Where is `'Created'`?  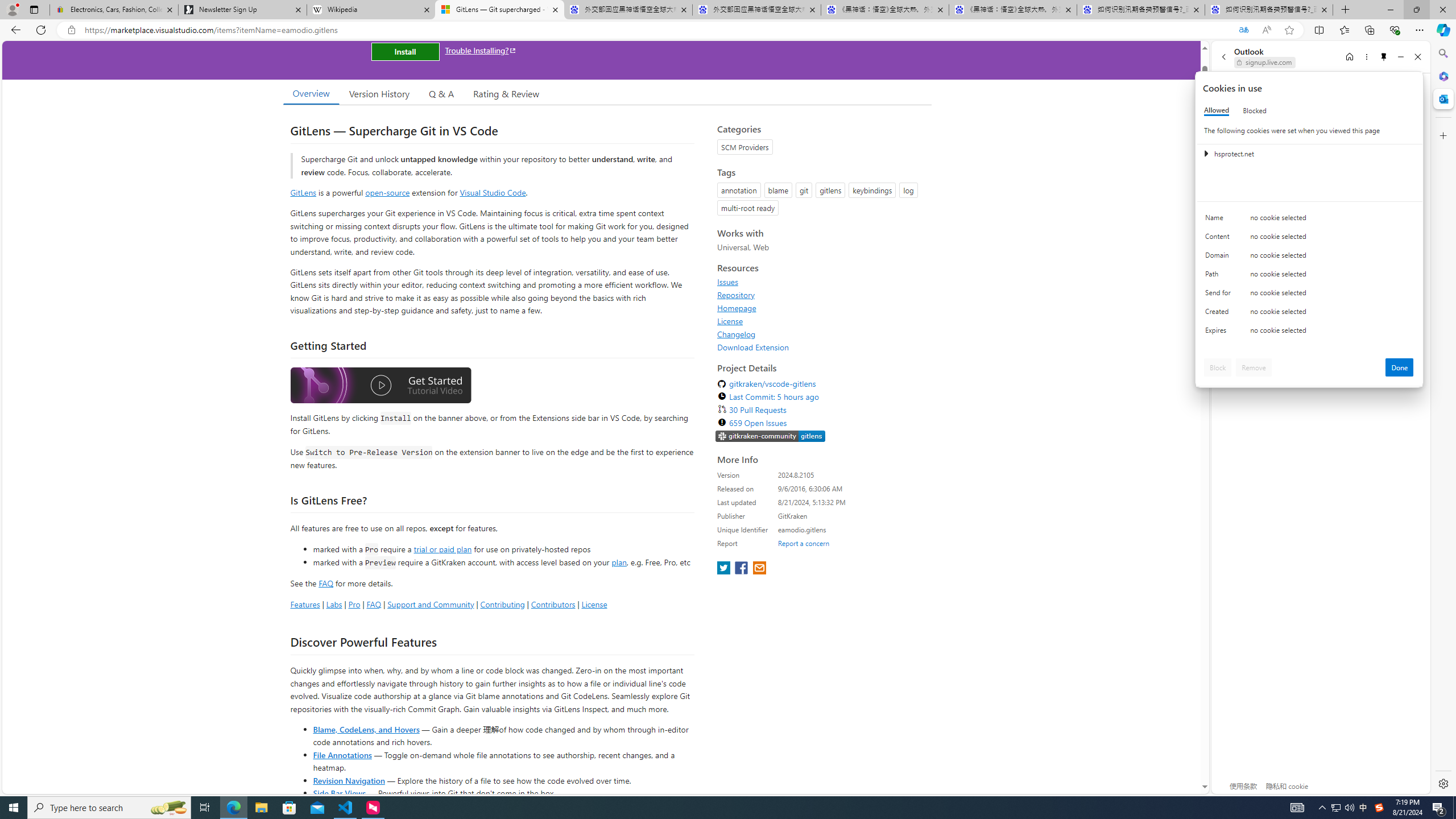
'Created' is located at coordinates (1219, 313).